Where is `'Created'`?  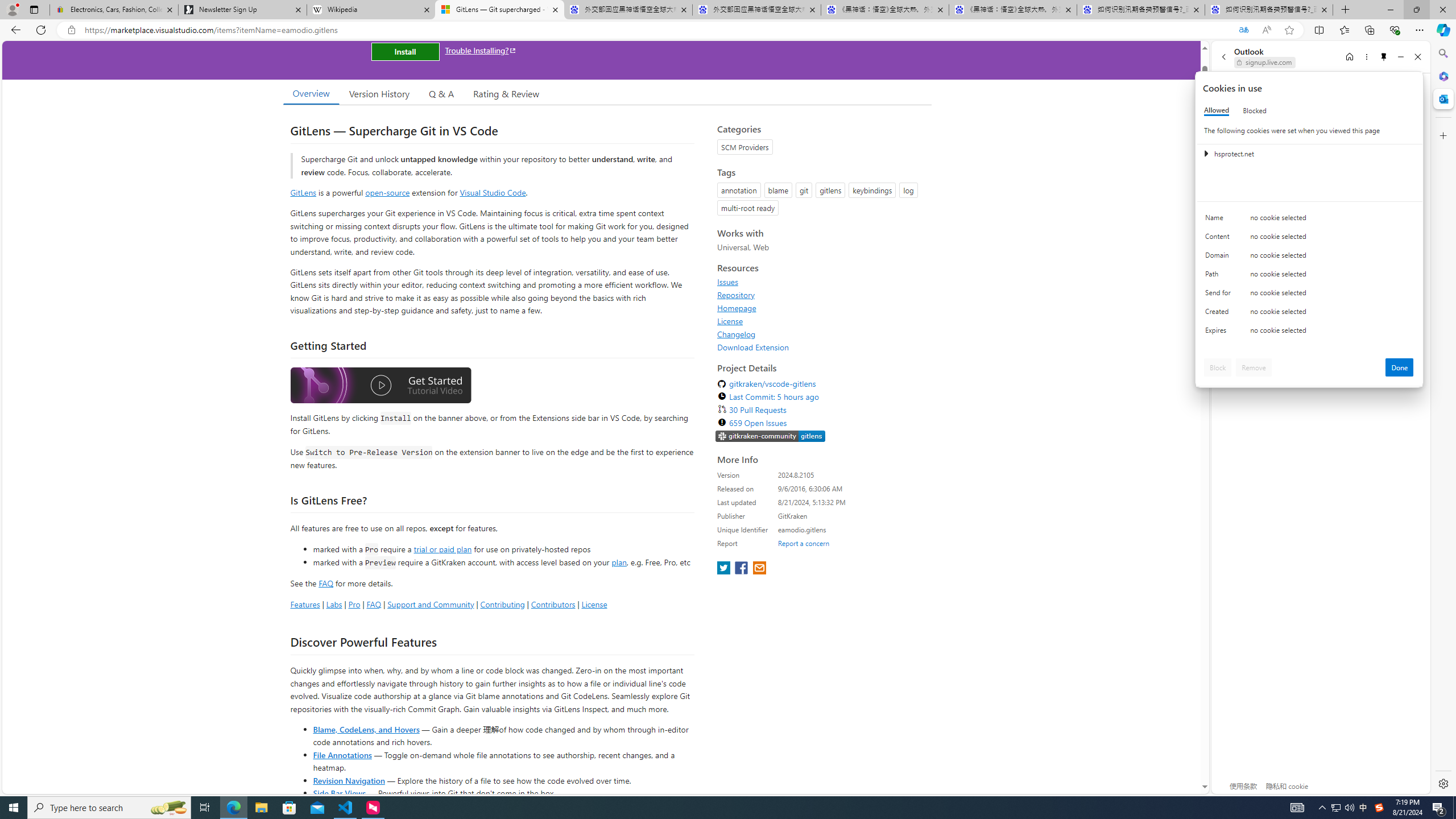
'Created' is located at coordinates (1219, 313).